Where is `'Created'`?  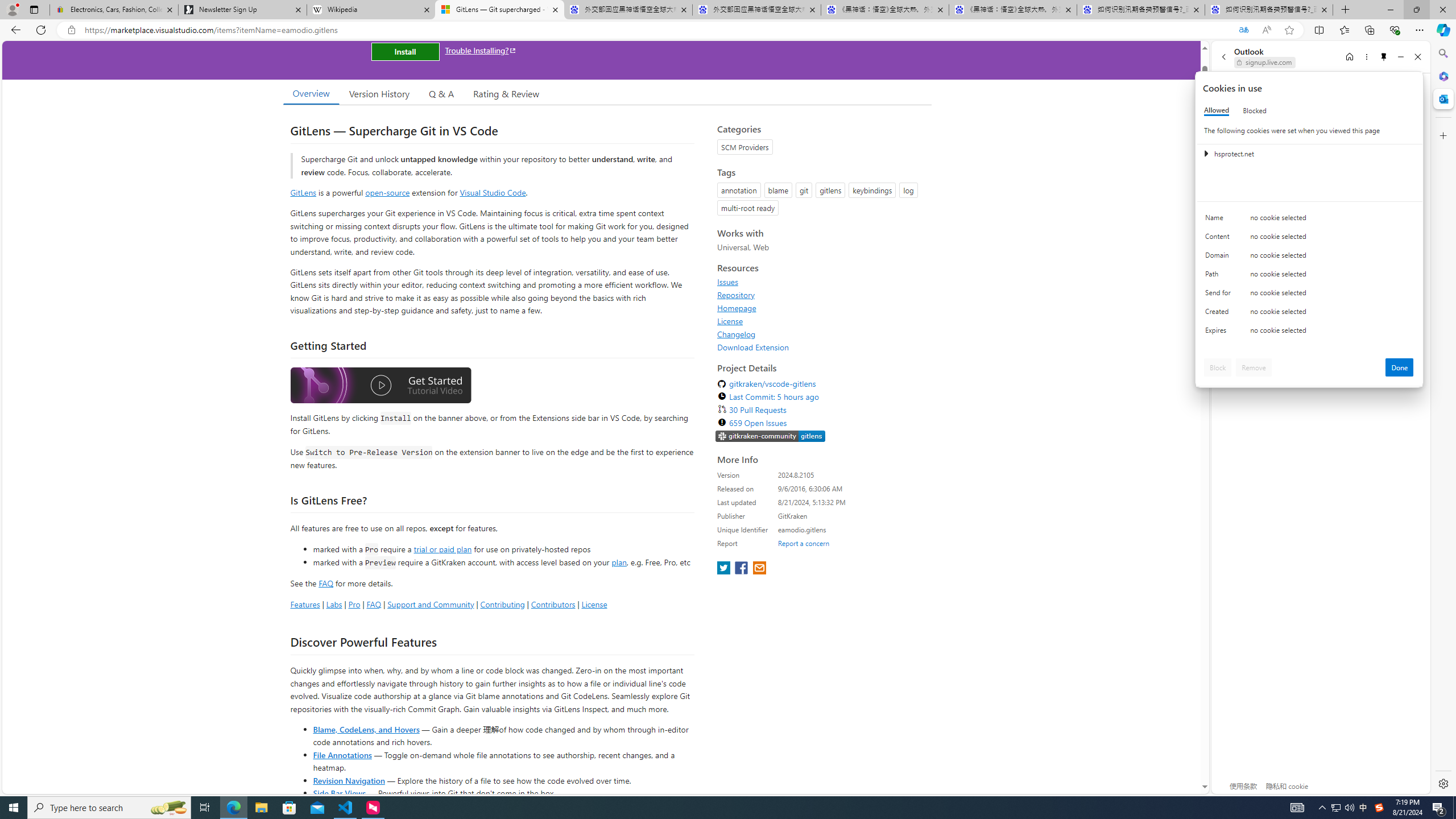
'Created' is located at coordinates (1219, 313).